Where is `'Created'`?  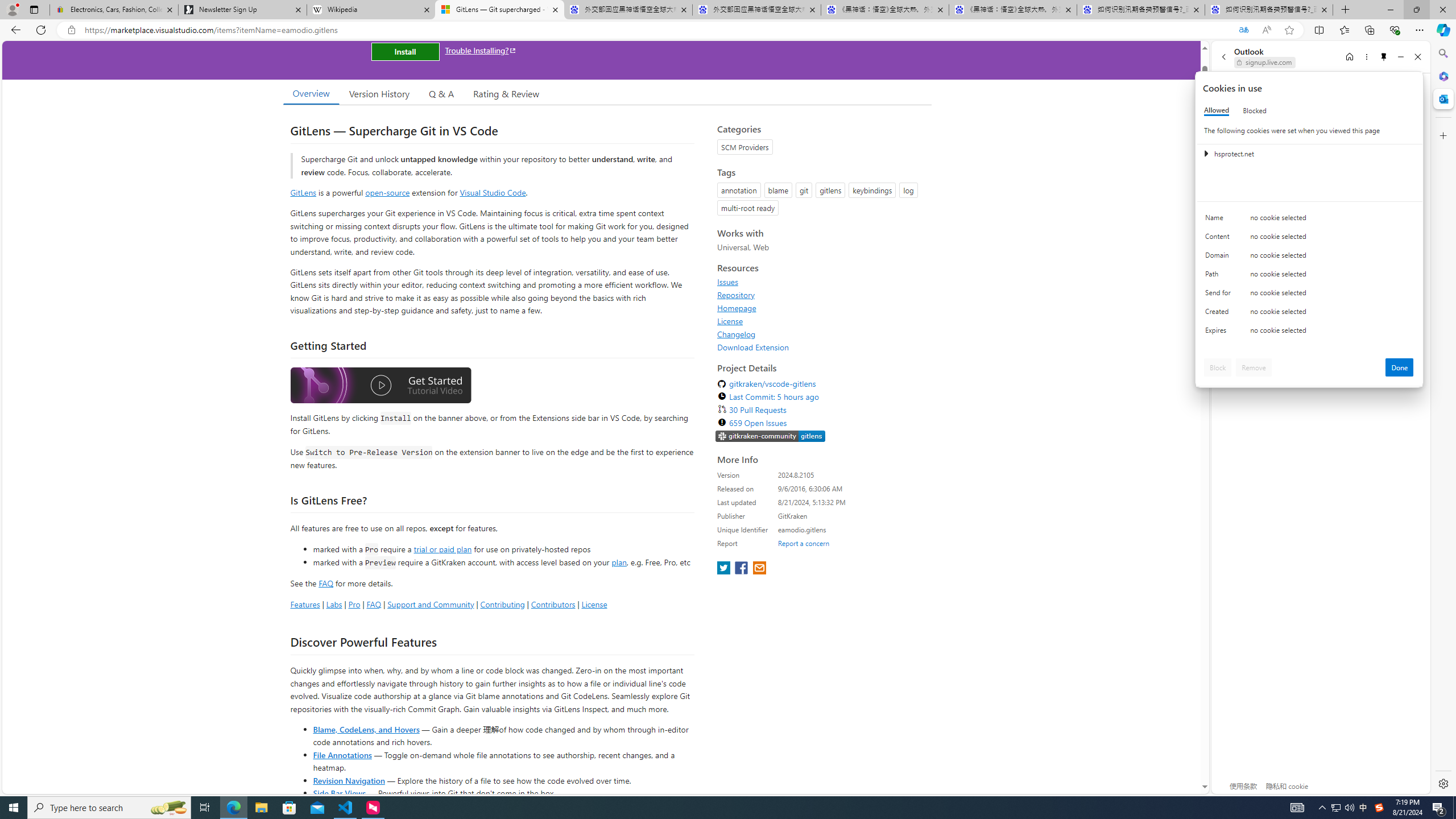
'Created' is located at coordinates (1219, 313).